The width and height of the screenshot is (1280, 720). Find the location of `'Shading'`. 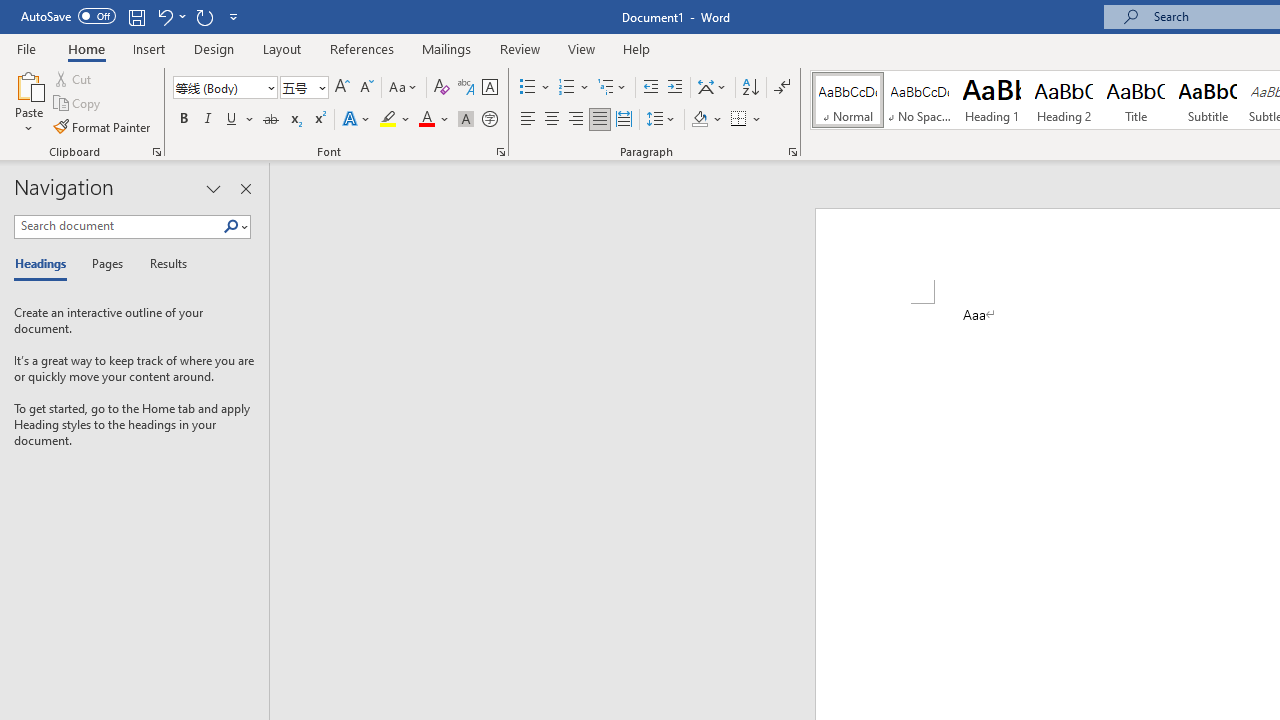

'Shading' is located at coordinates (707, 119).